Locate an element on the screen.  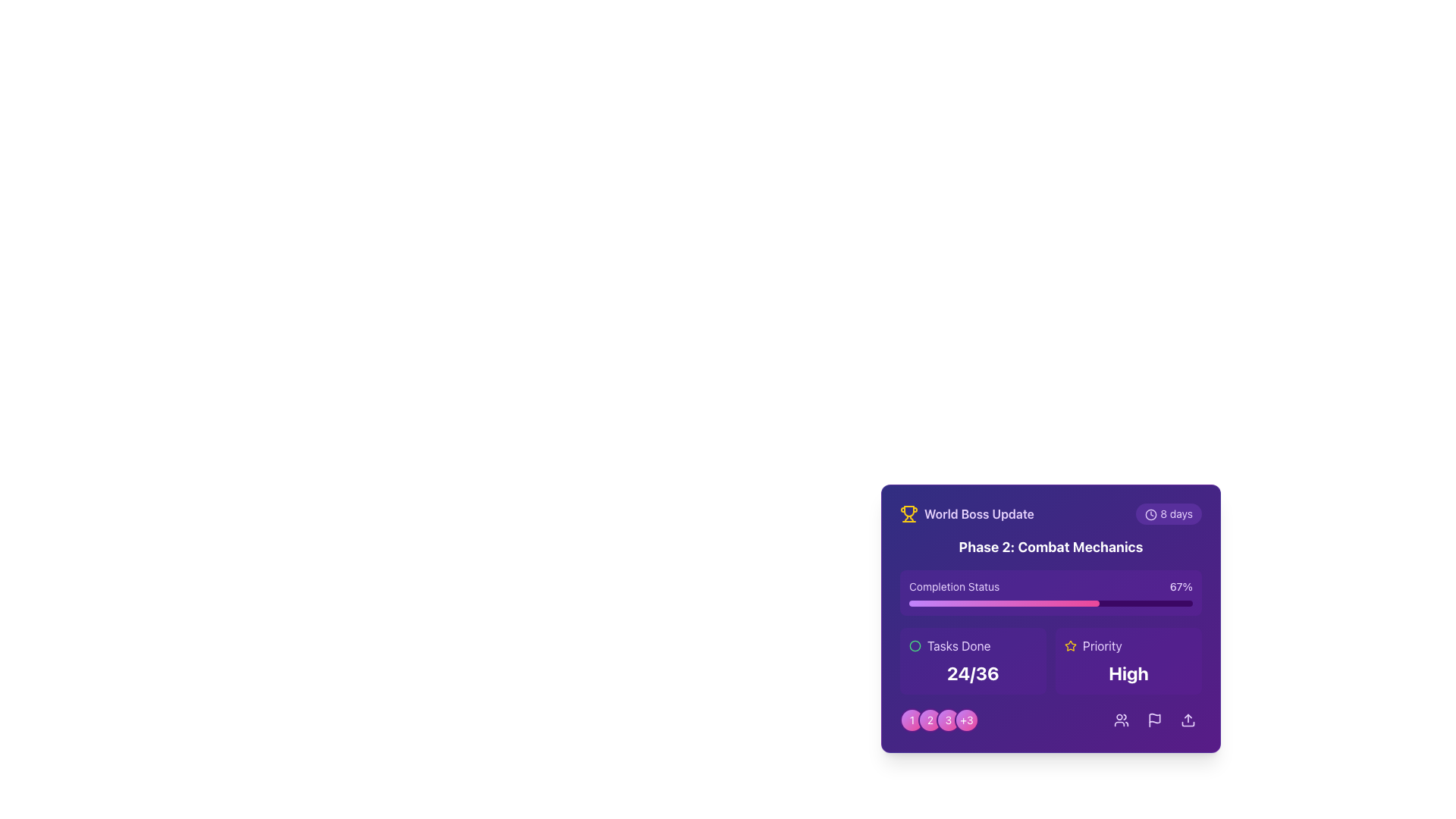
the purple flag icon located in the middle of three small icons at the bottom-right section of the card is located at coordinates (1153, 719).